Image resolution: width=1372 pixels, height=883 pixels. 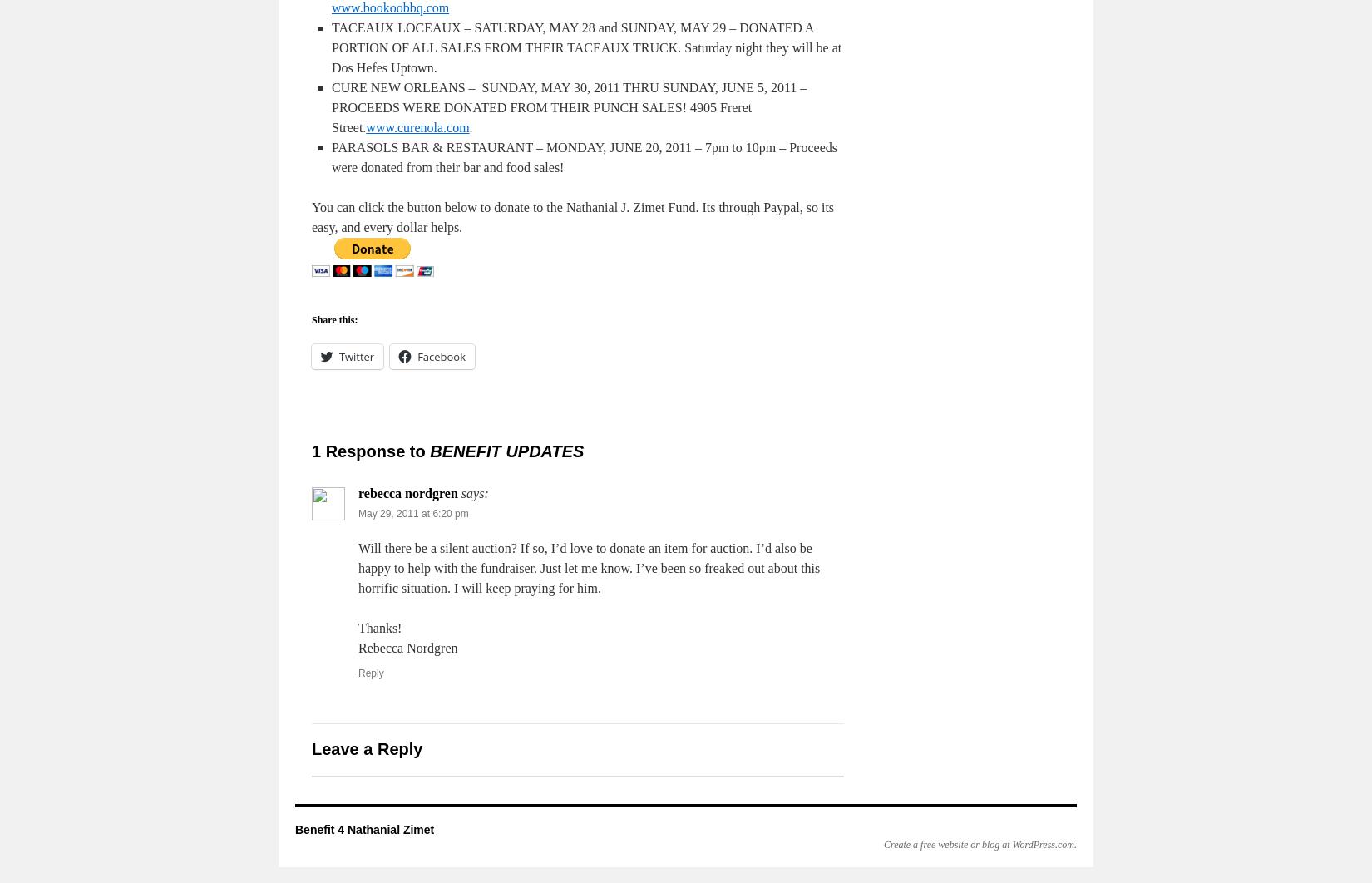 I want to click on 'Thanks!', so click(x=379, y=628).